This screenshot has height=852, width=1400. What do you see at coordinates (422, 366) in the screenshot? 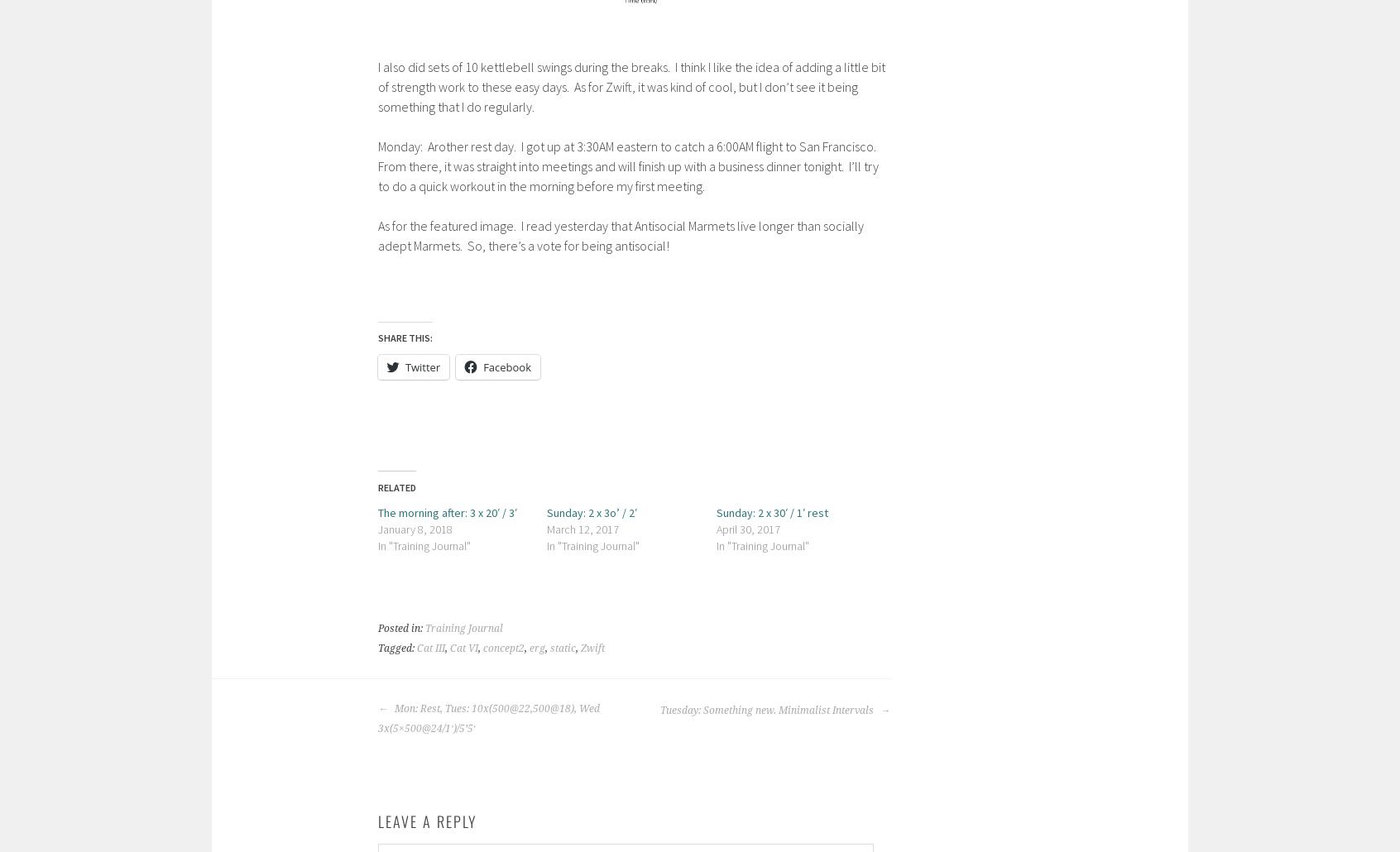
I see `'Twitter'` at bounding box center [422, 366].